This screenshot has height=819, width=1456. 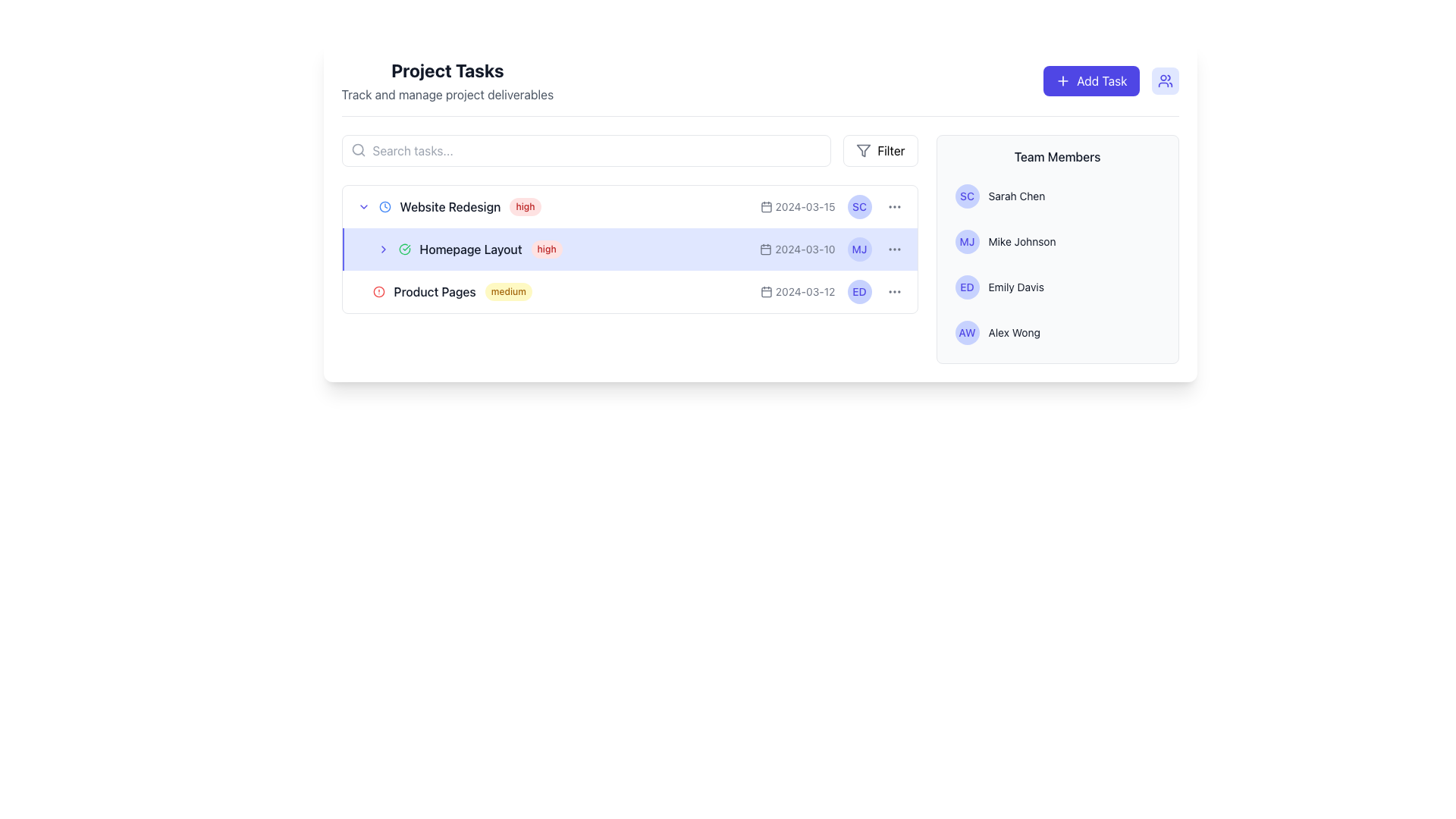 I want to click on the team member list item representing 'Mike Johnson', so click(x=1056, y=241).